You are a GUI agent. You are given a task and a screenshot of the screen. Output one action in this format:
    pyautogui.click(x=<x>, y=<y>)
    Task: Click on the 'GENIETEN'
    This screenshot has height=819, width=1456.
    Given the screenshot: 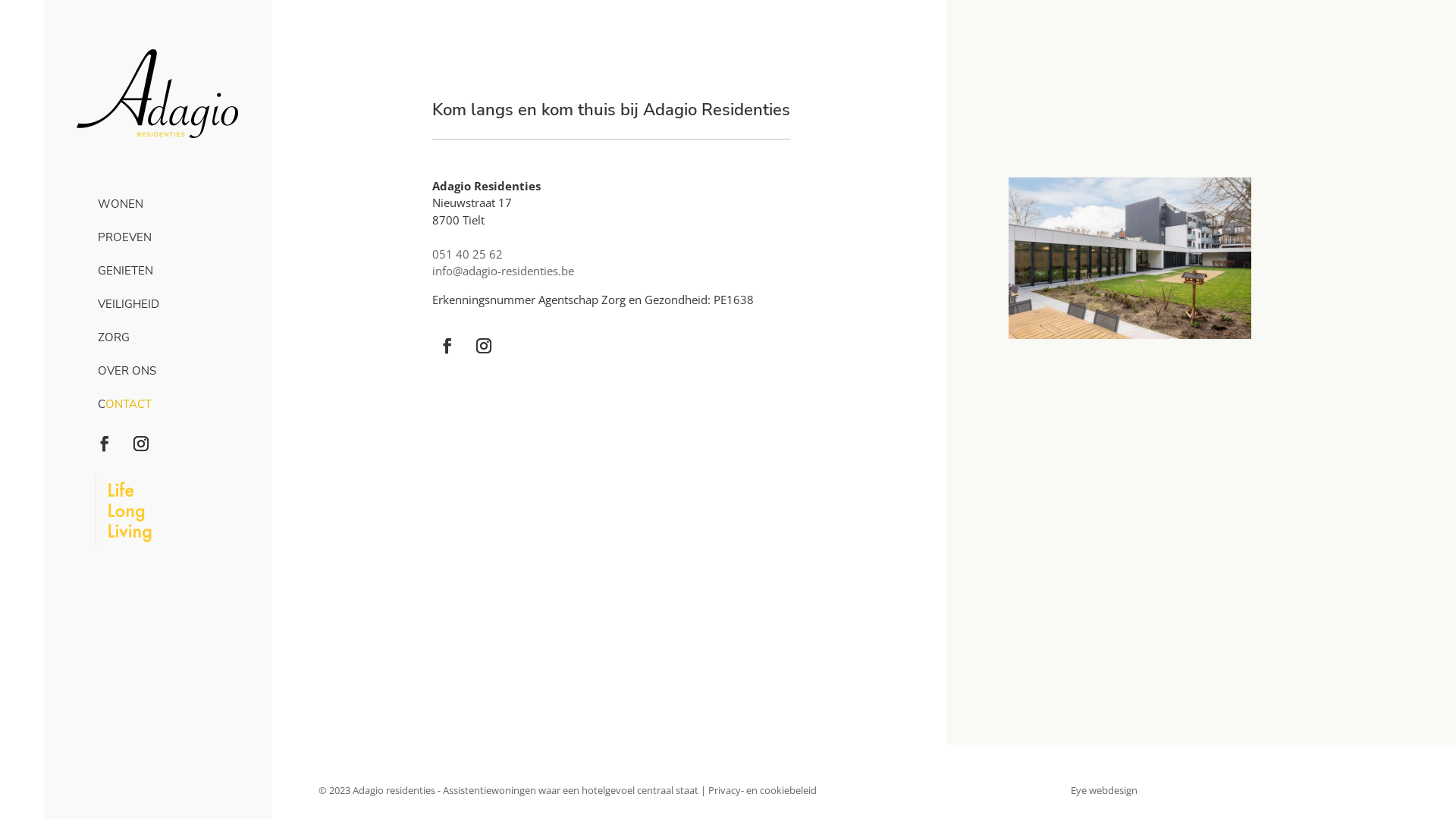 What is the action you would take?
    pyautogui.click(x=157, y=270)
    